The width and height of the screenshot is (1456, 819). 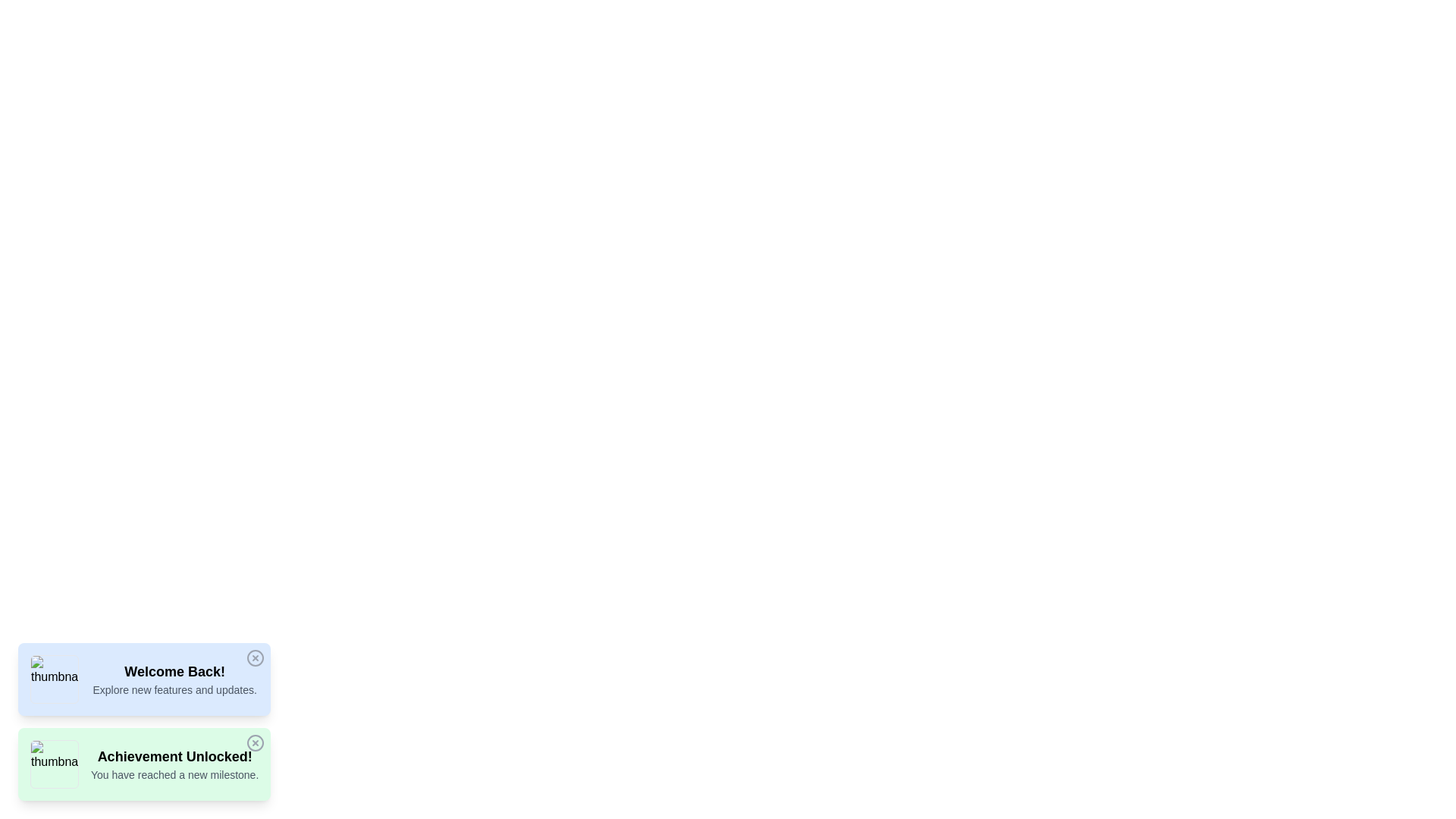 What do you see at coordinates (55, 678) in the screenshot?
I see `the thumbnail associated with the notification Welcome Back!` at bounding box center [55, 678].